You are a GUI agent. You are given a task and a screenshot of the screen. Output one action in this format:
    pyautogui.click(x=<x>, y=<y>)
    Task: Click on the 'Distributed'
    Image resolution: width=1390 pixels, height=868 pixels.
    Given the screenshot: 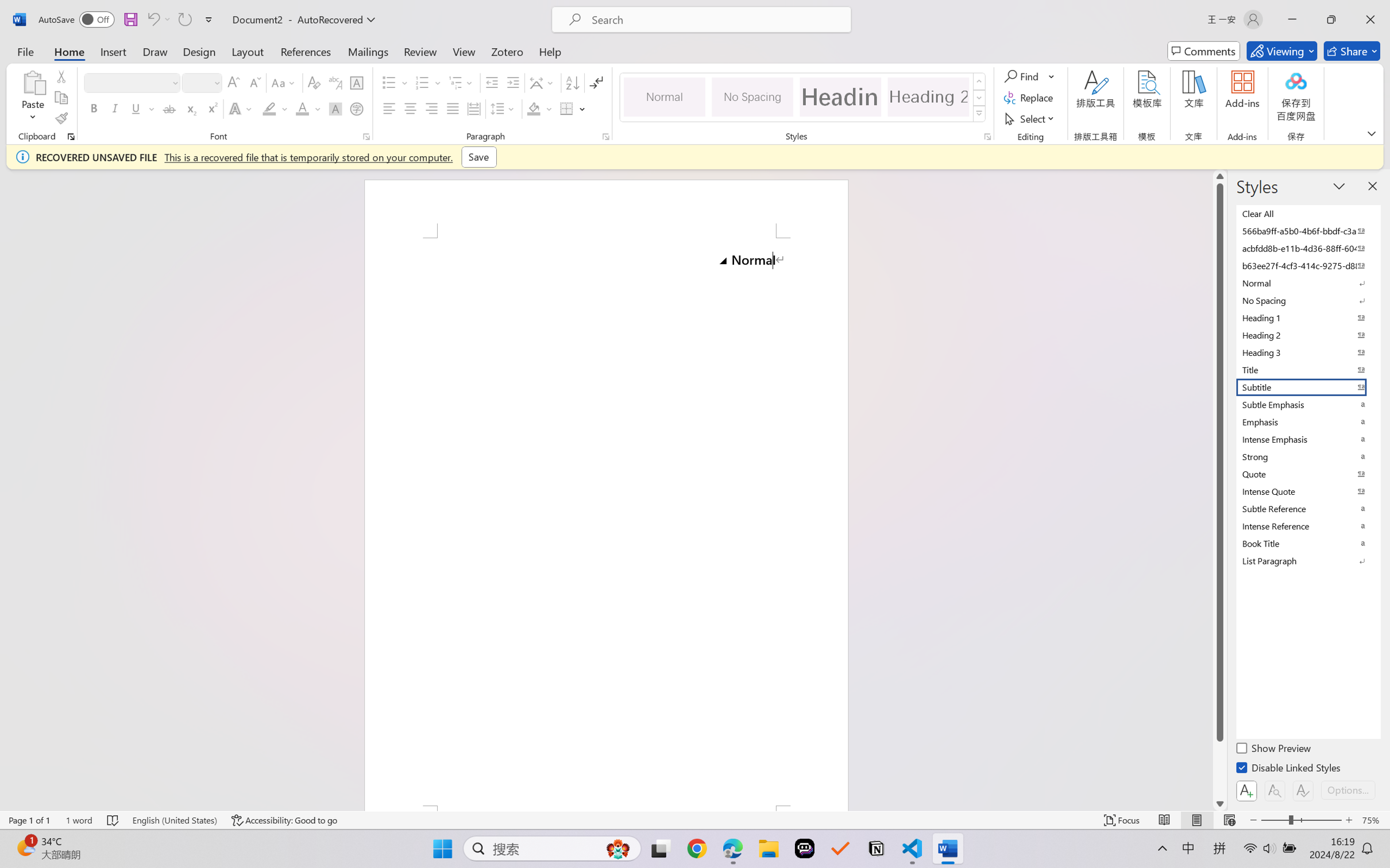 What is the action you would take?
    pyautogui.click(x=473, y=108)
    